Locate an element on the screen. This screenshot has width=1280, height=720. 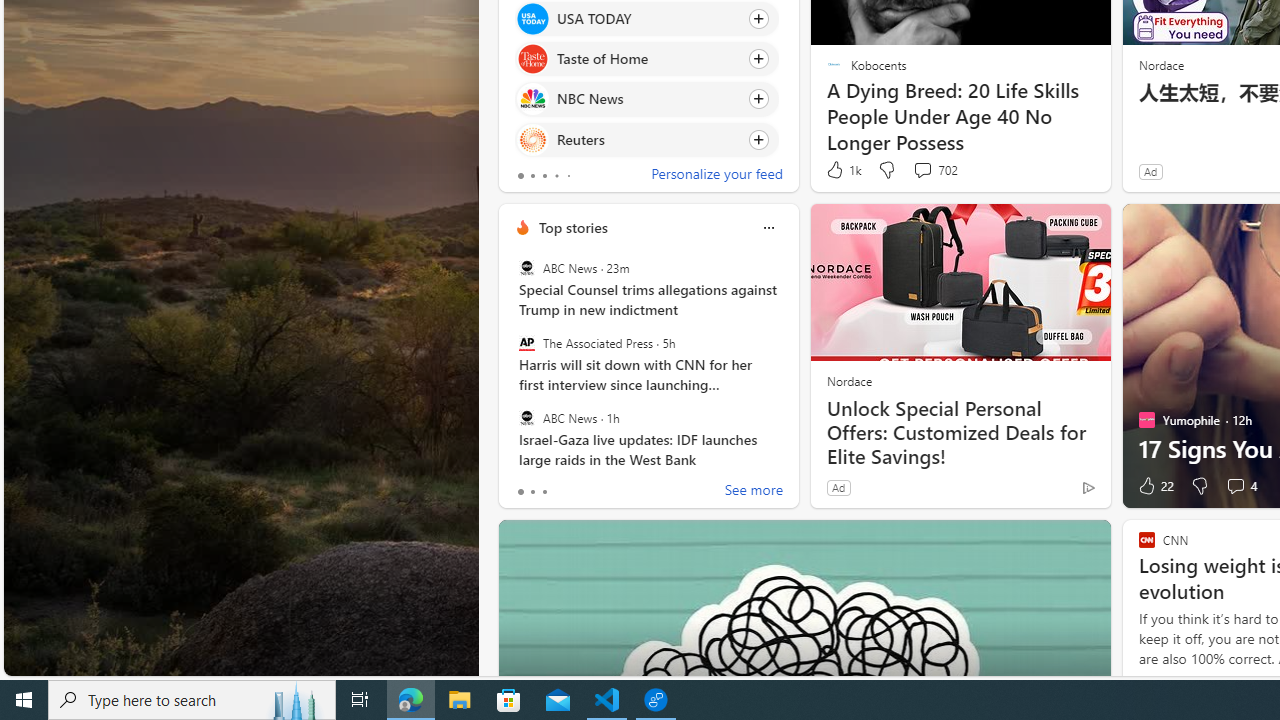
'Dislike' is located at coordinates (1200, 486).